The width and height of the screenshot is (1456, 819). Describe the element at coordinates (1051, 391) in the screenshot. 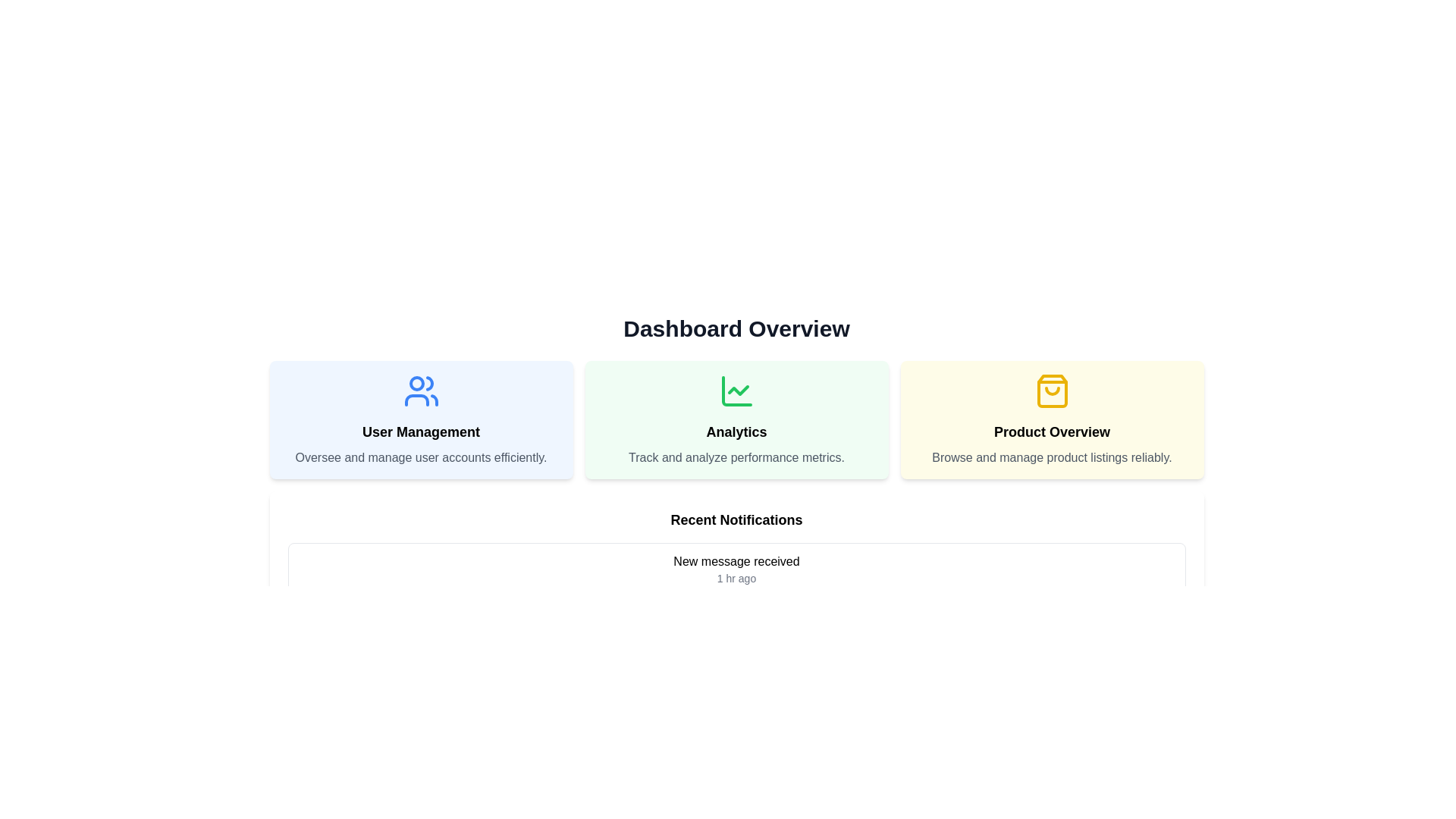

I see `the Decorative Icon (SVG element) located near the upper center of the 'Product Overview' card, which is the rightmost card in a horizontally aligned triad on the dashboard` at that location.